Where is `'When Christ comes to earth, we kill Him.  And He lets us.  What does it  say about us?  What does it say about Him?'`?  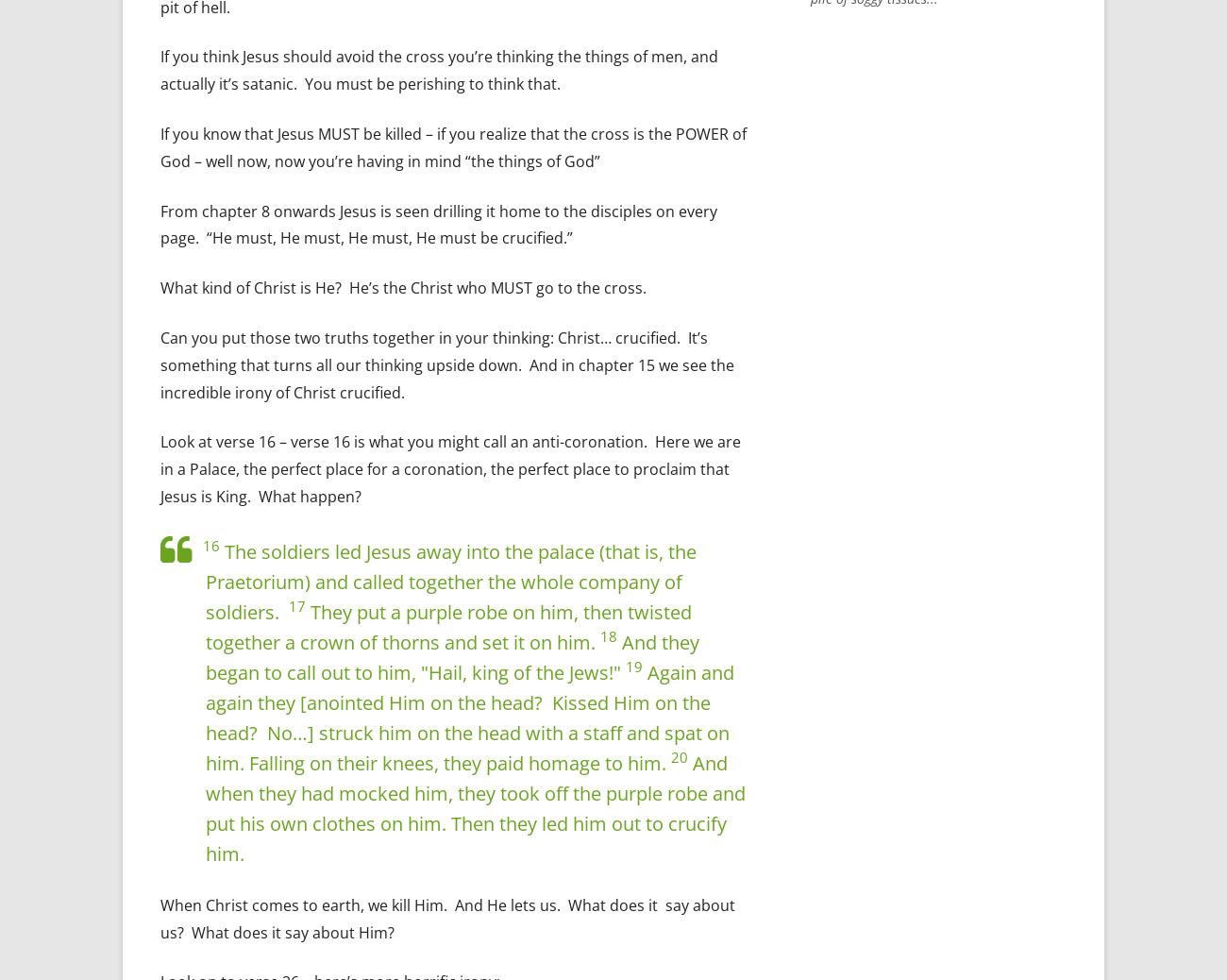
'When Christ comes to earth, we kill Him.  And He lets us.  What does it  say about us?  What does it say about Him?' is located at coordinates (160, 918).